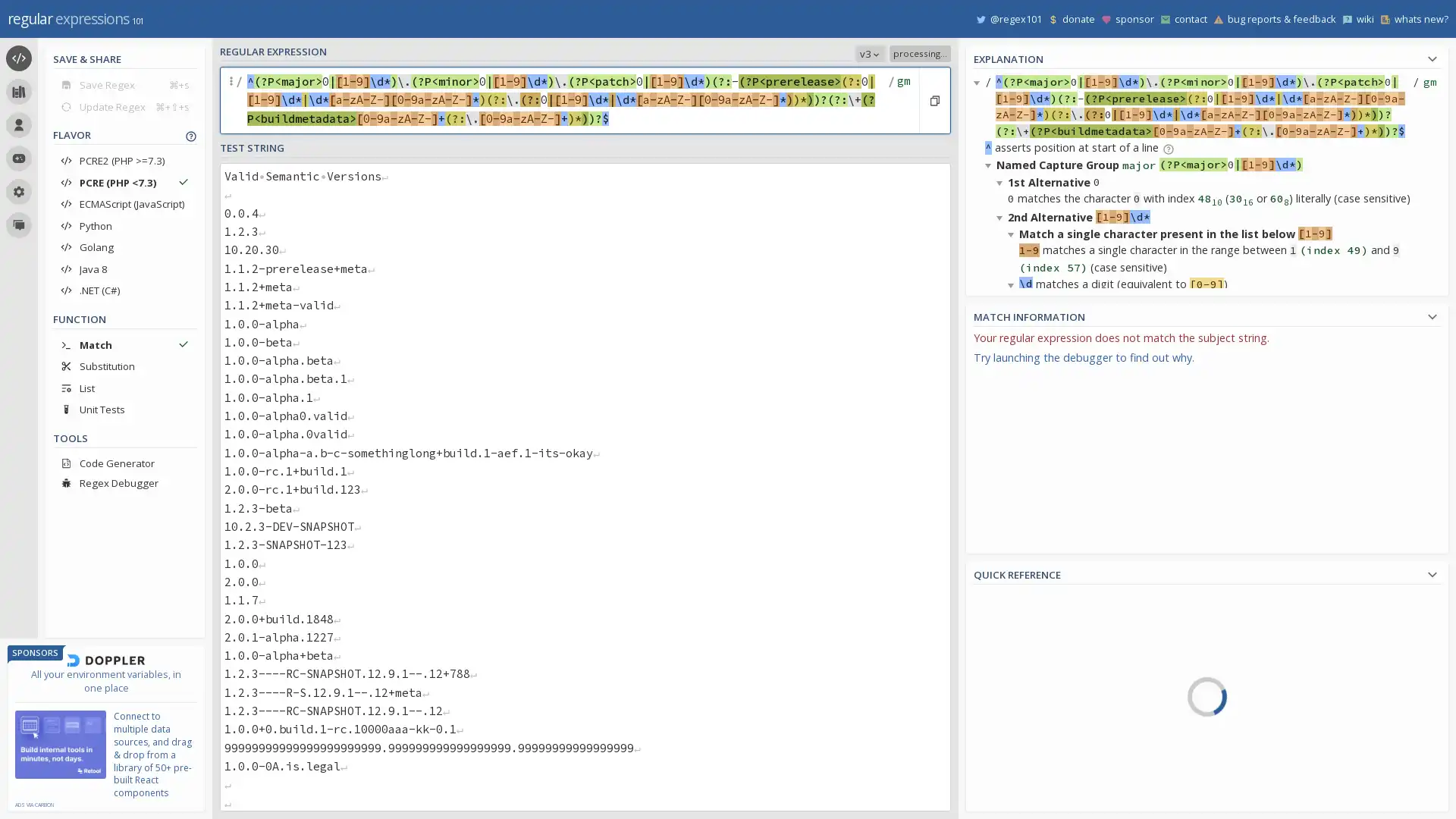 Image resolution: width=1456 pixels, height=819 pixels. I want to click on Collapse Subtree, so click(1013, 284).